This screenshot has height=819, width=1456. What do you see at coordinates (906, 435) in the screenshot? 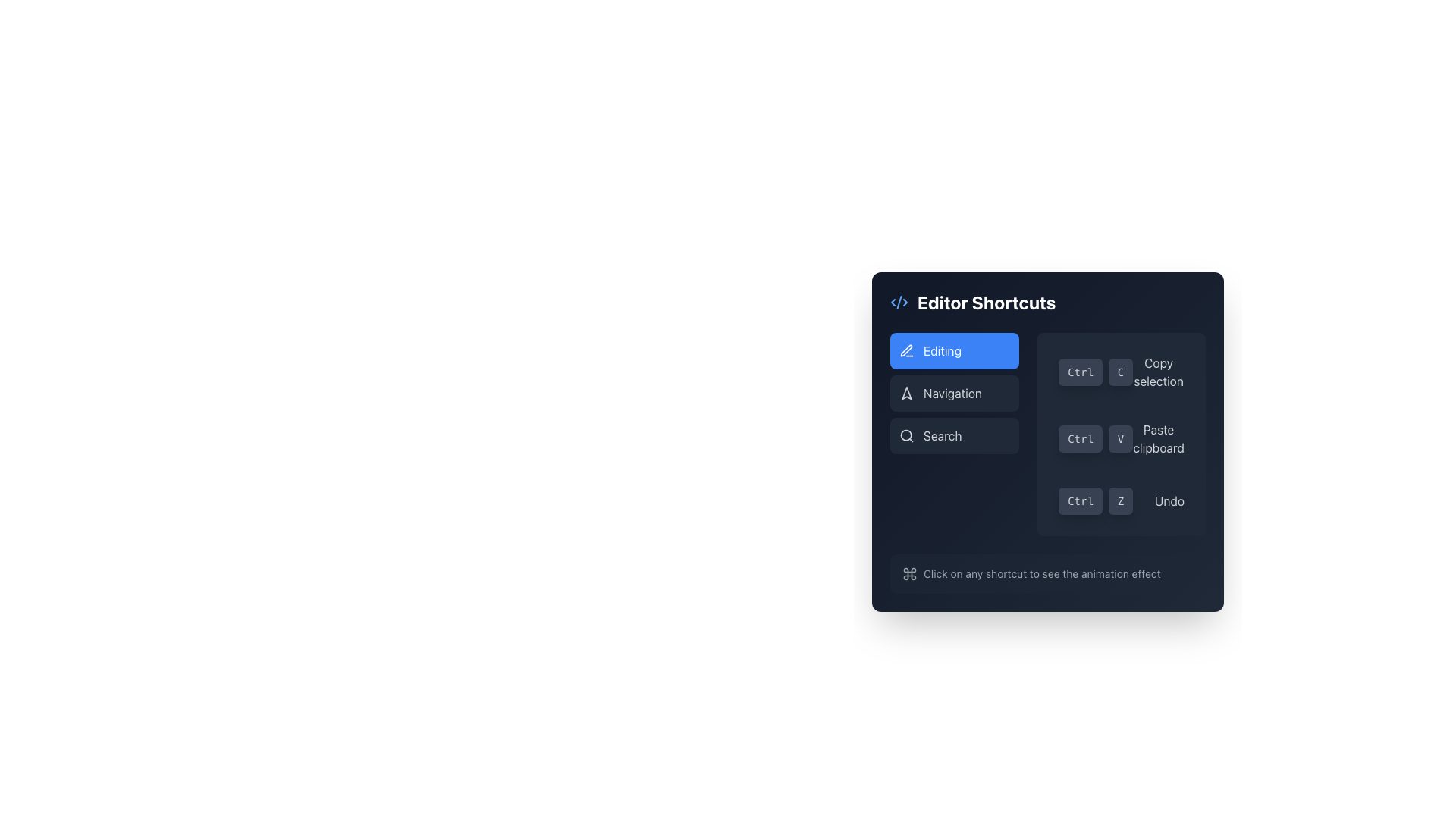
I see `the small magnifying glass icon representing the search function, which is part of the button labeled 'Search' in the 'Editor Shortcuts' list` at bounding box center [906, 435].